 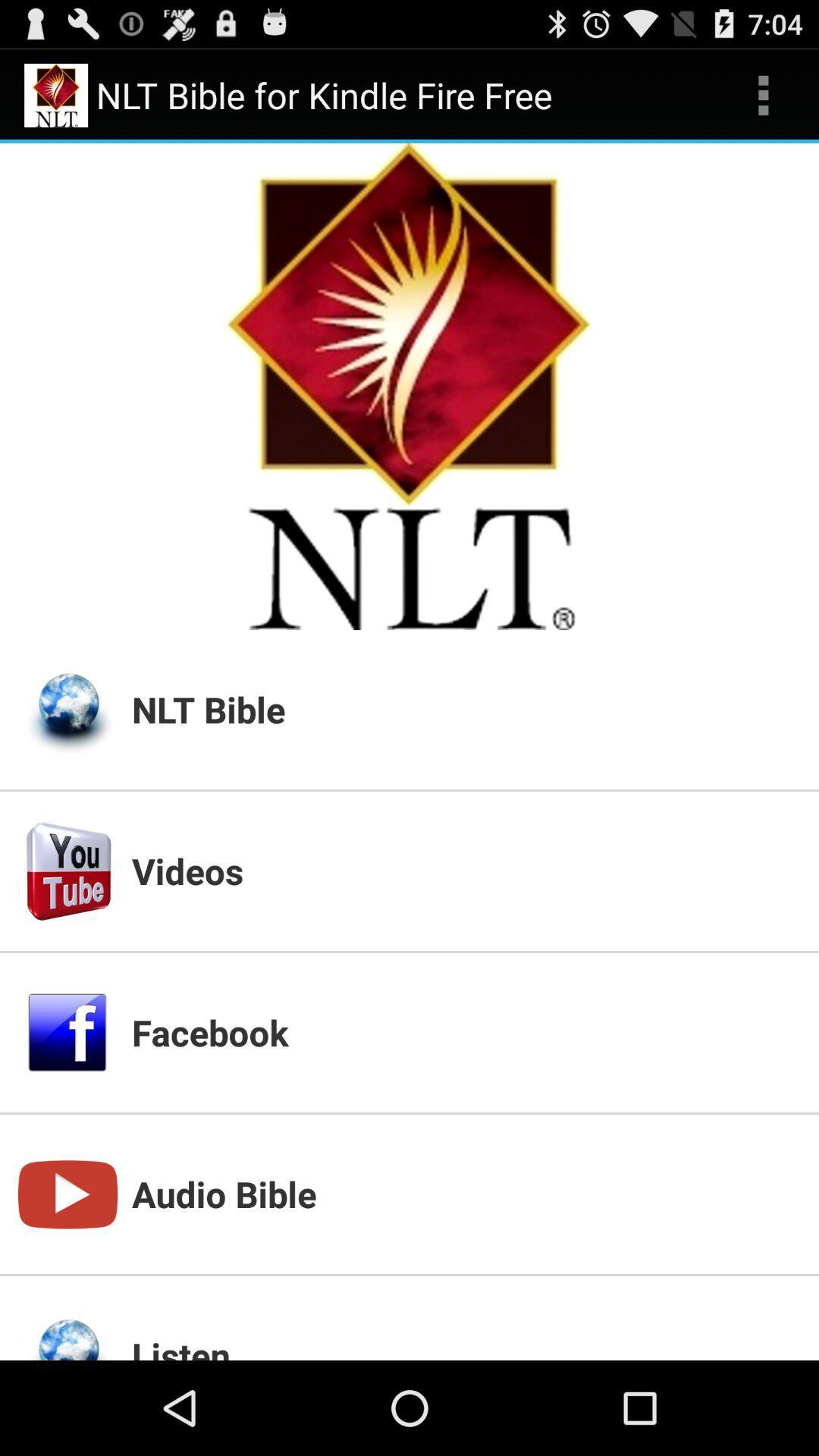 I want to click on audio bible, so click(x=465, y=1193).